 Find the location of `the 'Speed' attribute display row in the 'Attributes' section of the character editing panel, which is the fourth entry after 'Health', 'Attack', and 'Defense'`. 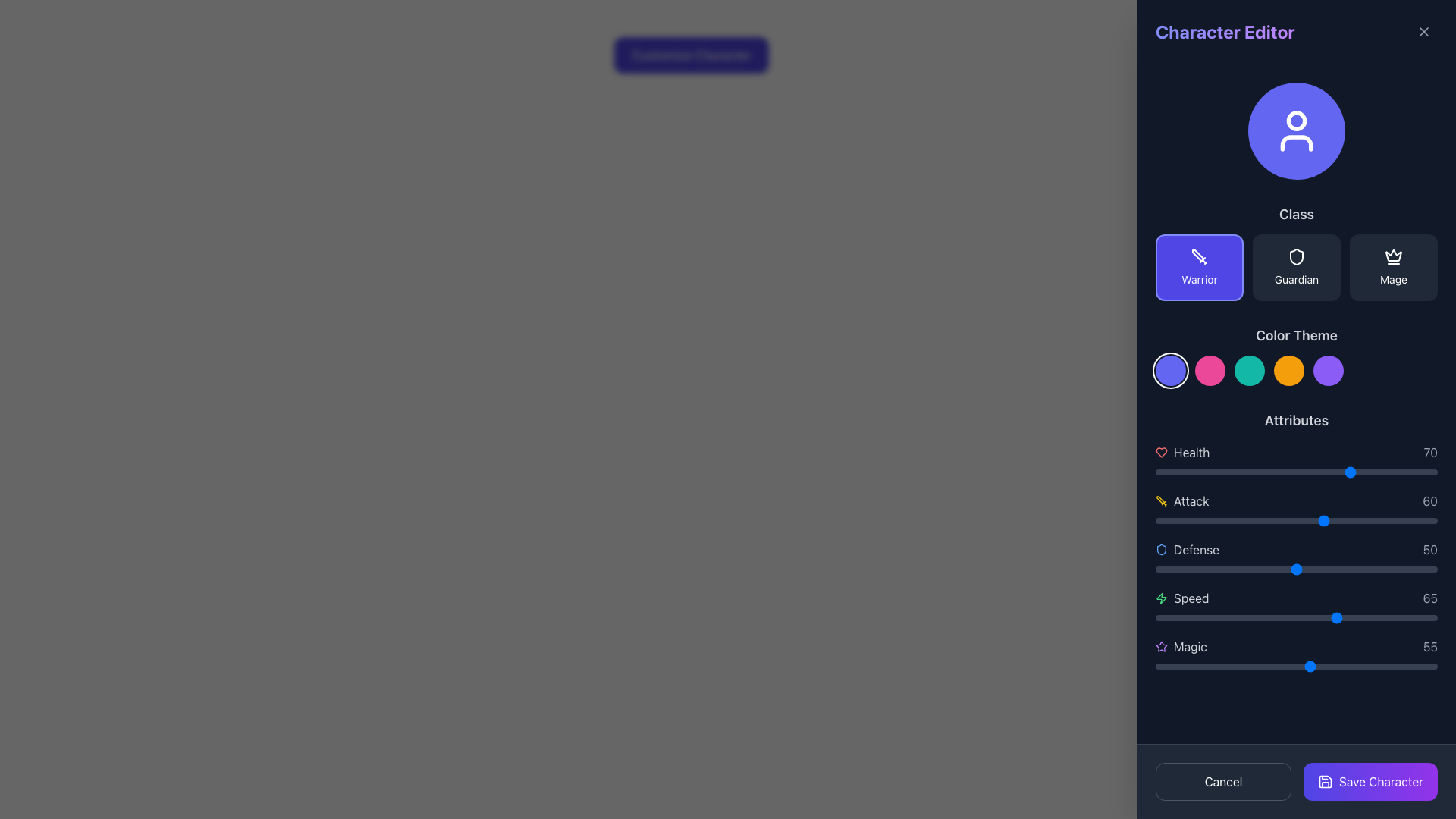

the 'Speed' attribute display row in the 'Attributes' section of the character editing panel, which is the fourth entry after 'Health', 'Attack', and 'Defense' is located at coordinates (1295, 598).